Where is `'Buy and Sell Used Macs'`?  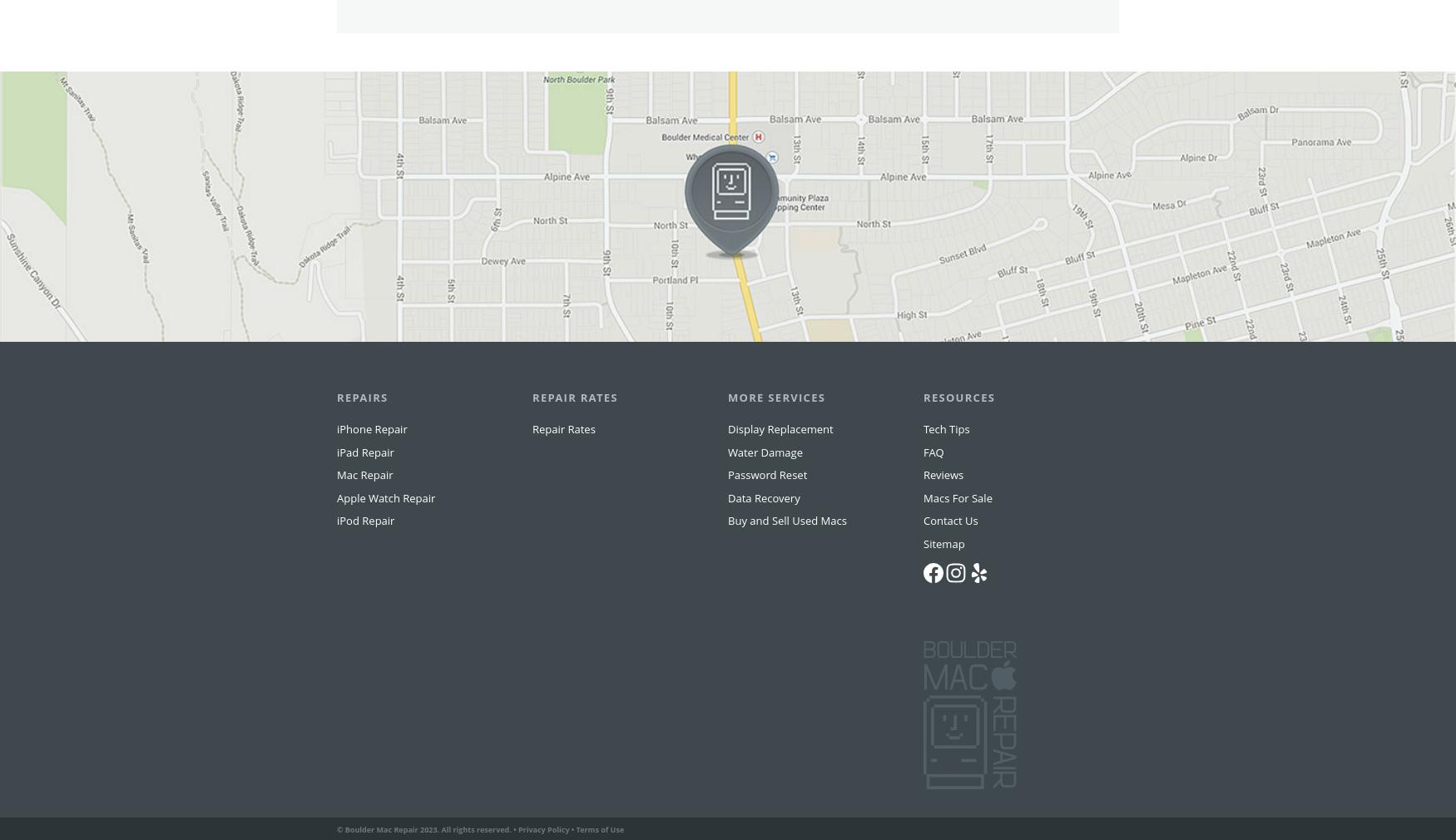
'Buy and Sell Used Macs' is located at coordinates (787, 552).